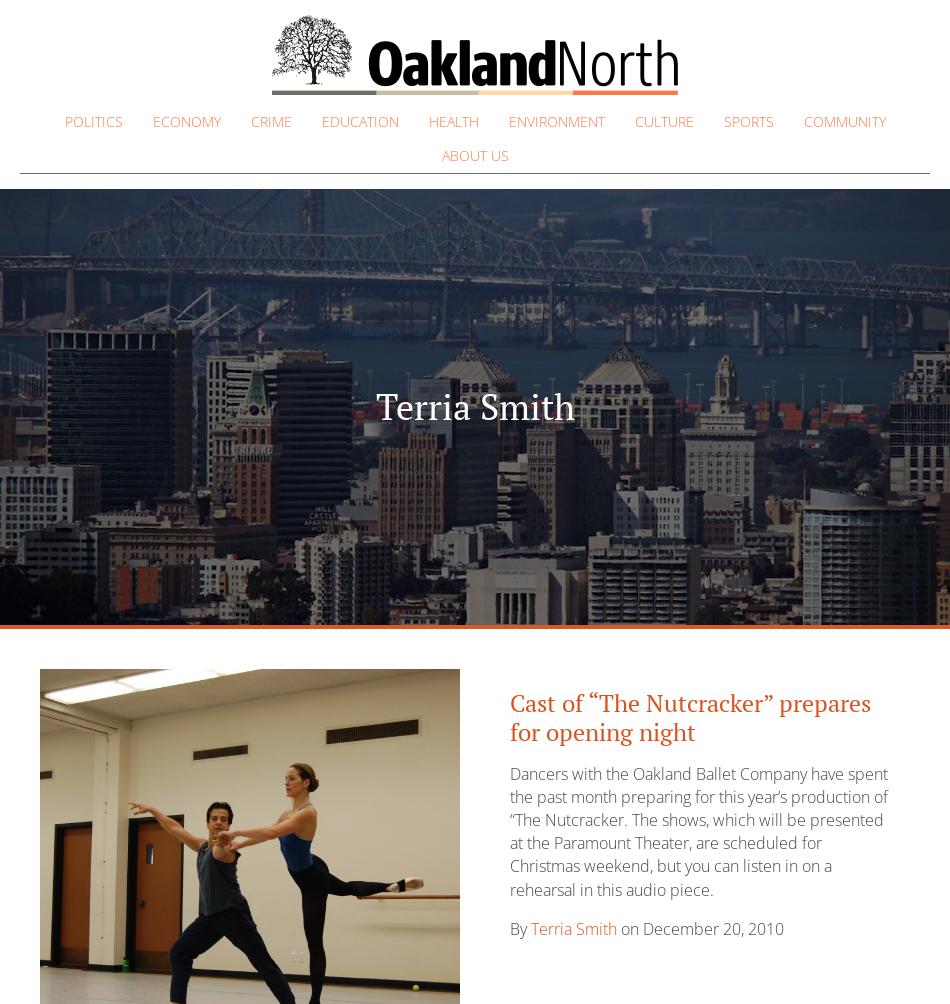  Describe the element at coordinates (509, 926) in the screenshot. I see `'By'` at that location.